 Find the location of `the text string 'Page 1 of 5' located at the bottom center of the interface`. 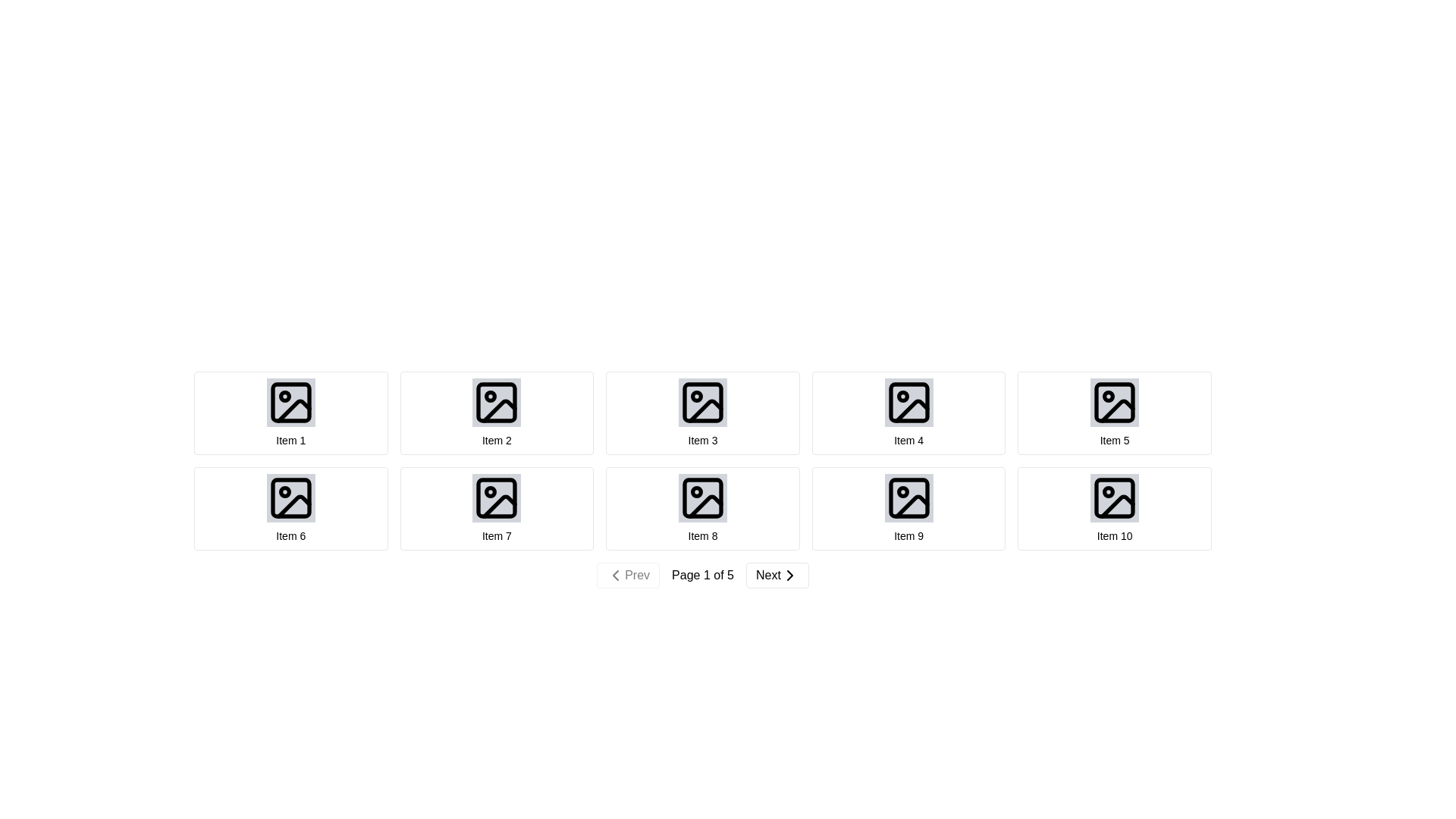

the text string 'Page 1 of 5' located at the bottom center of the interface is located at coordinates (701, 576).